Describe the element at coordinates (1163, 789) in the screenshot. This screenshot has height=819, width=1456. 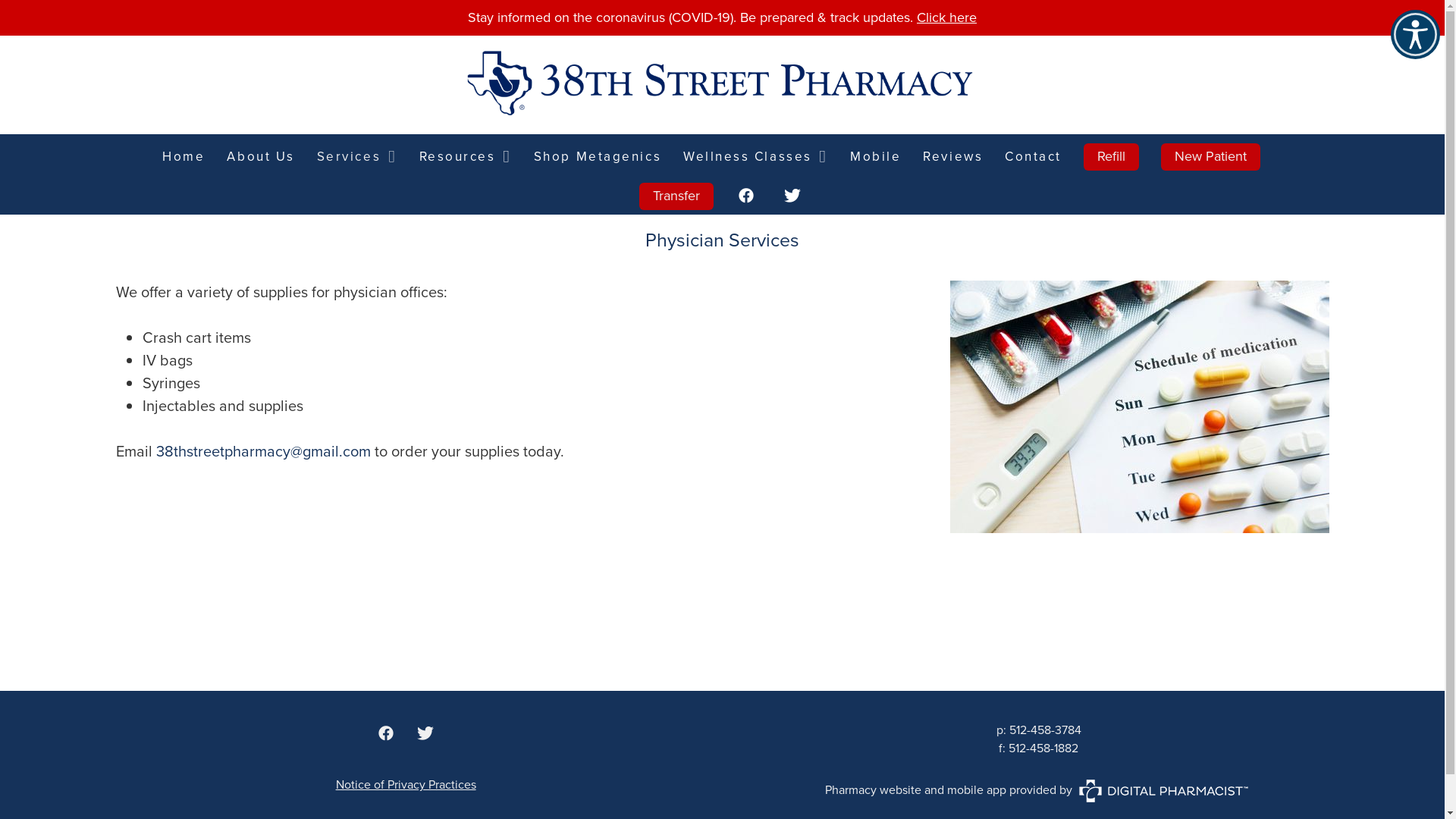
I see `'Digital Pharmacist'` at that location.